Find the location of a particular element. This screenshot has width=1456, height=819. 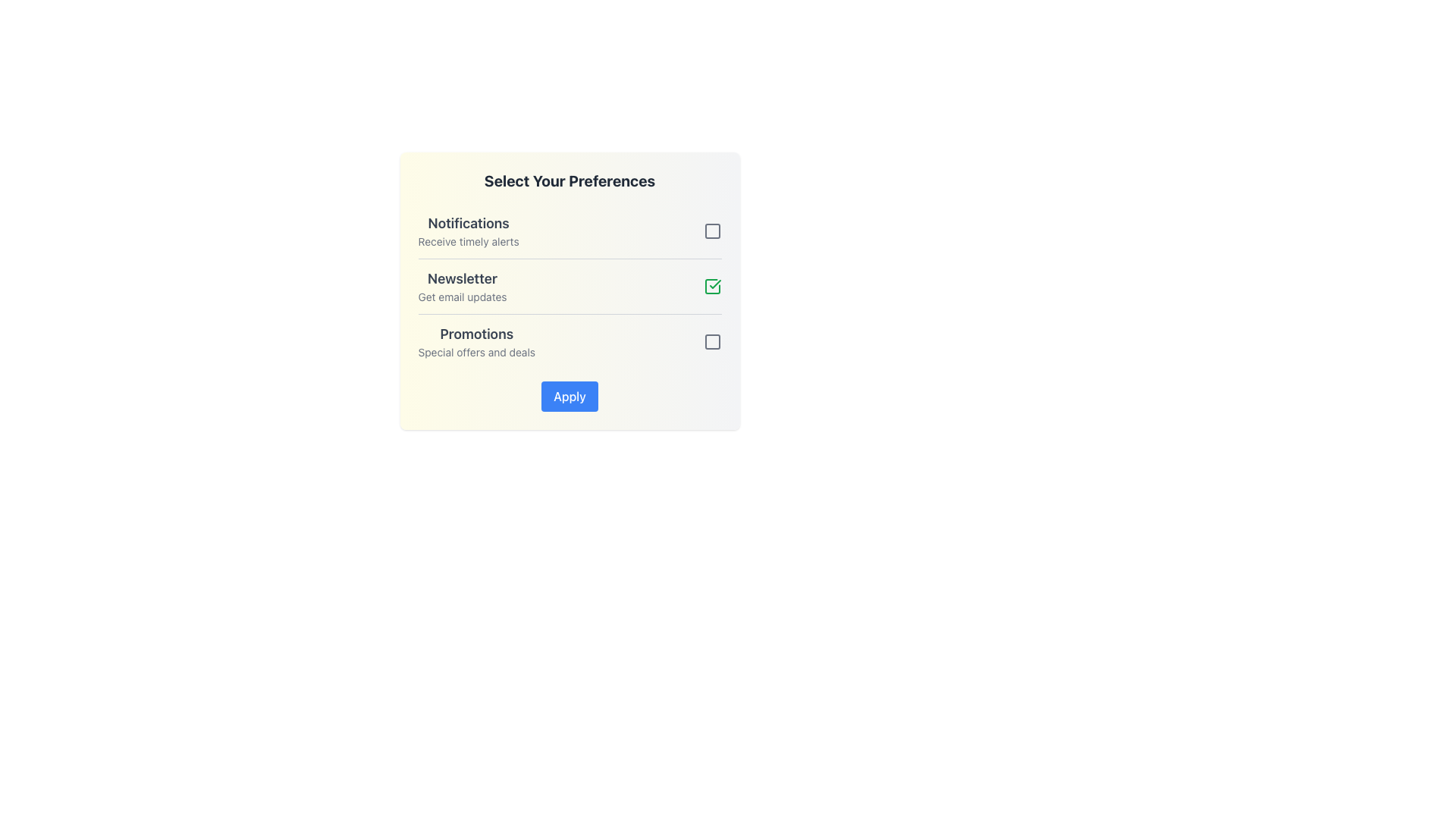

the label that serves as a header for the notification settings, located directly above the text 'Receive timely alerts' is located at coordinates (468, 223).